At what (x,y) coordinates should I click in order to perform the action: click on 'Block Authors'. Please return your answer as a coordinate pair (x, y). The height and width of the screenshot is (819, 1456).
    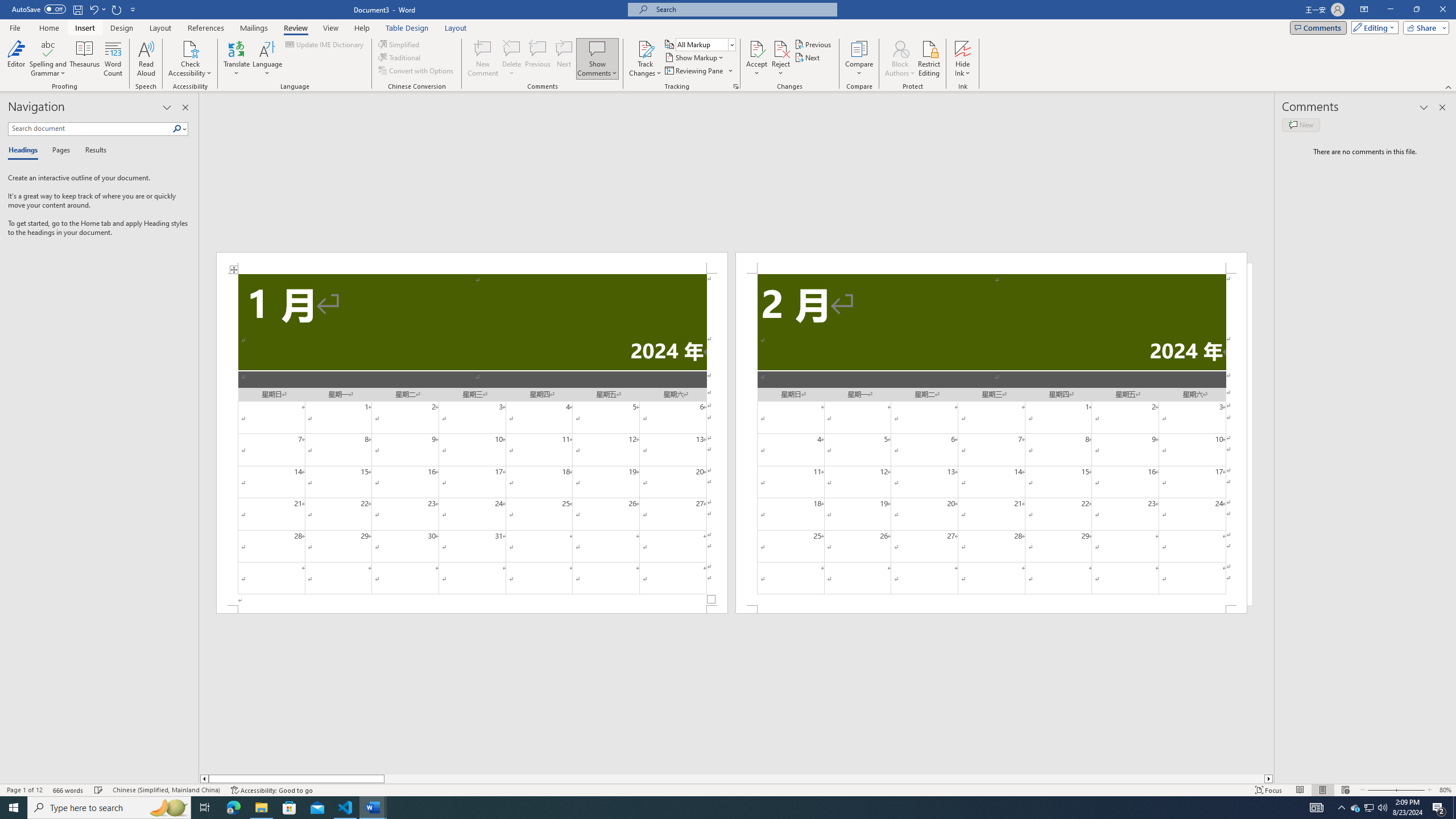
    Looking at the image, I should click on (900, 59).